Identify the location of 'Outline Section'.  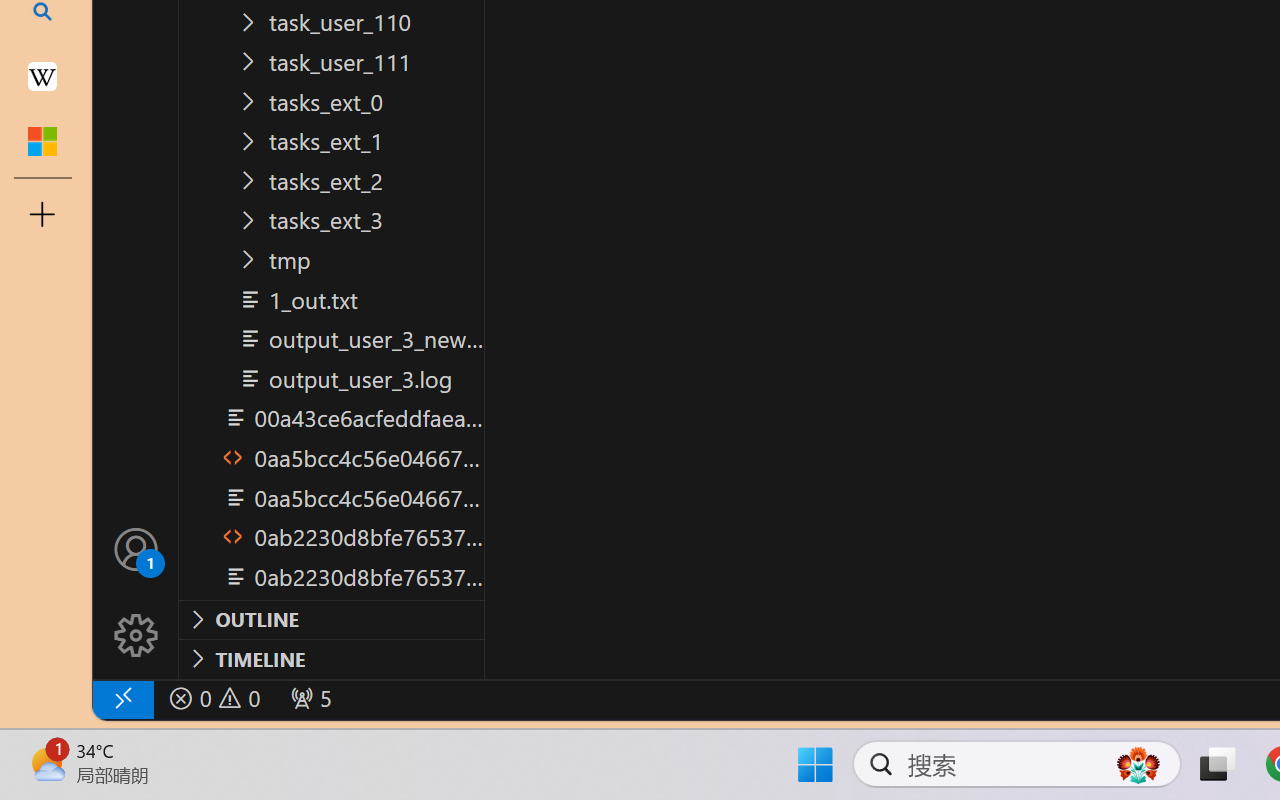
(331, 619).